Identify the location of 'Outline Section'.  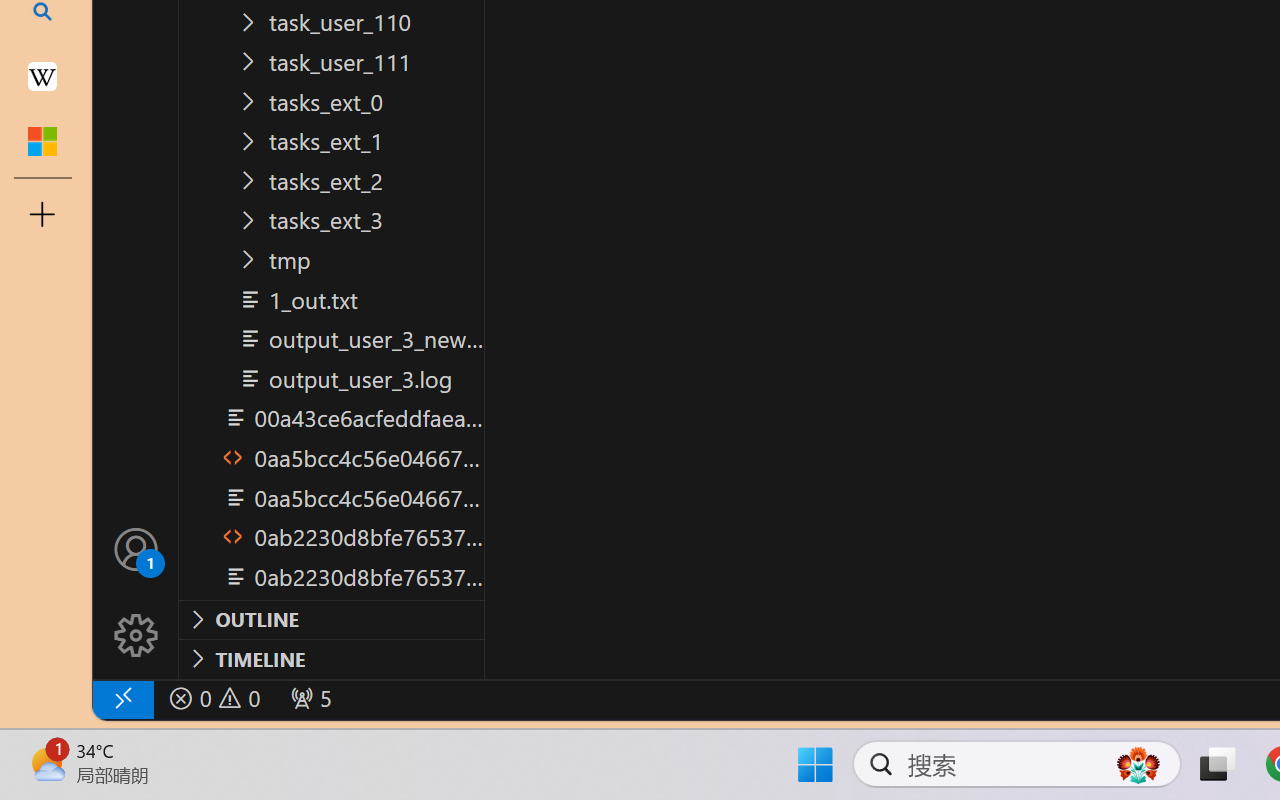
(331, 619).